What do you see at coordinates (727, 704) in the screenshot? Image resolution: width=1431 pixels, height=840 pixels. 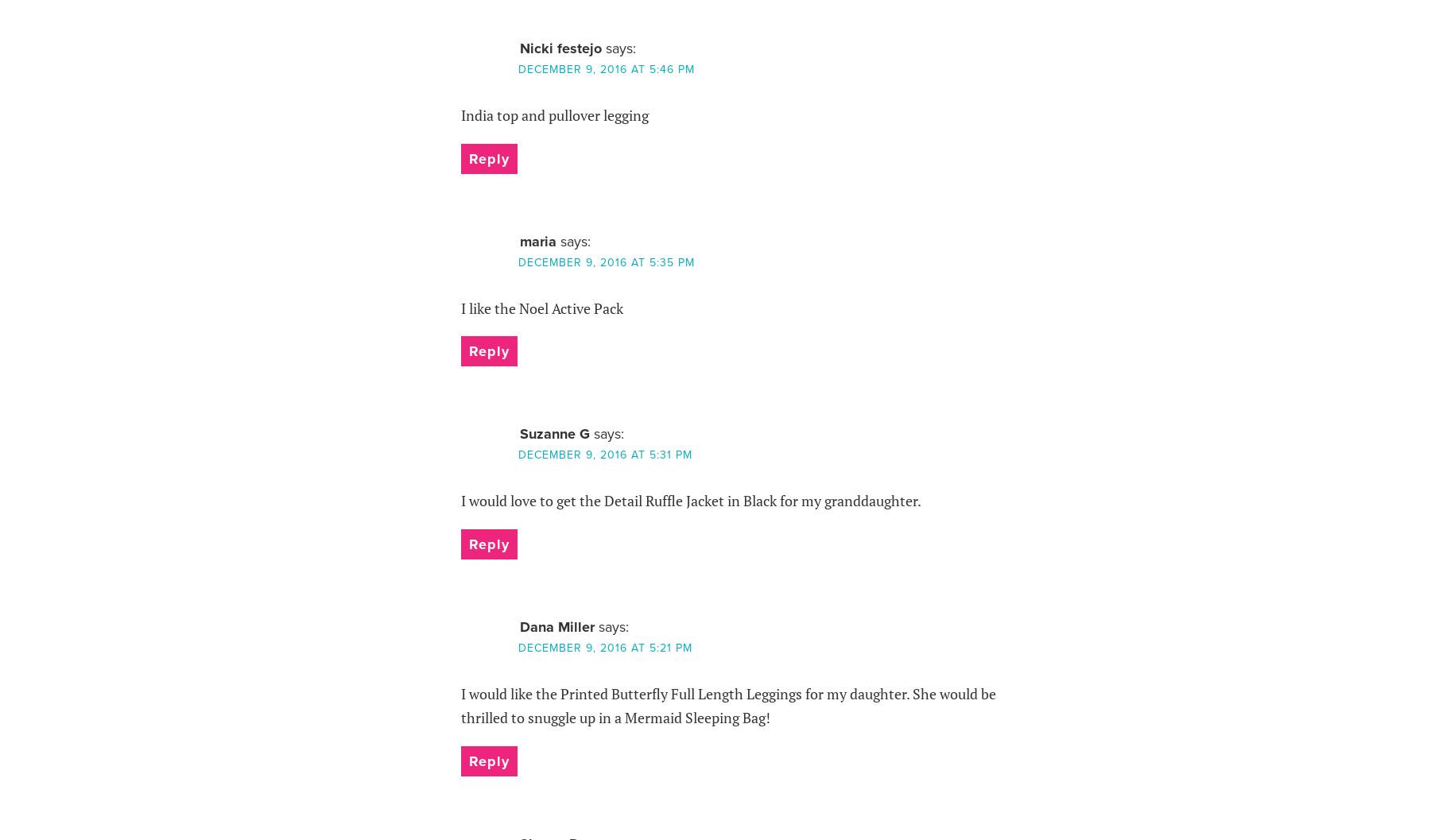 I see `'I would like the Printed Butterfly Full Length Leggings for my daughter. She would be thrilled to snuggle up in a Mermaid Sleeping Bag!'` at bounding box center [727, 704].